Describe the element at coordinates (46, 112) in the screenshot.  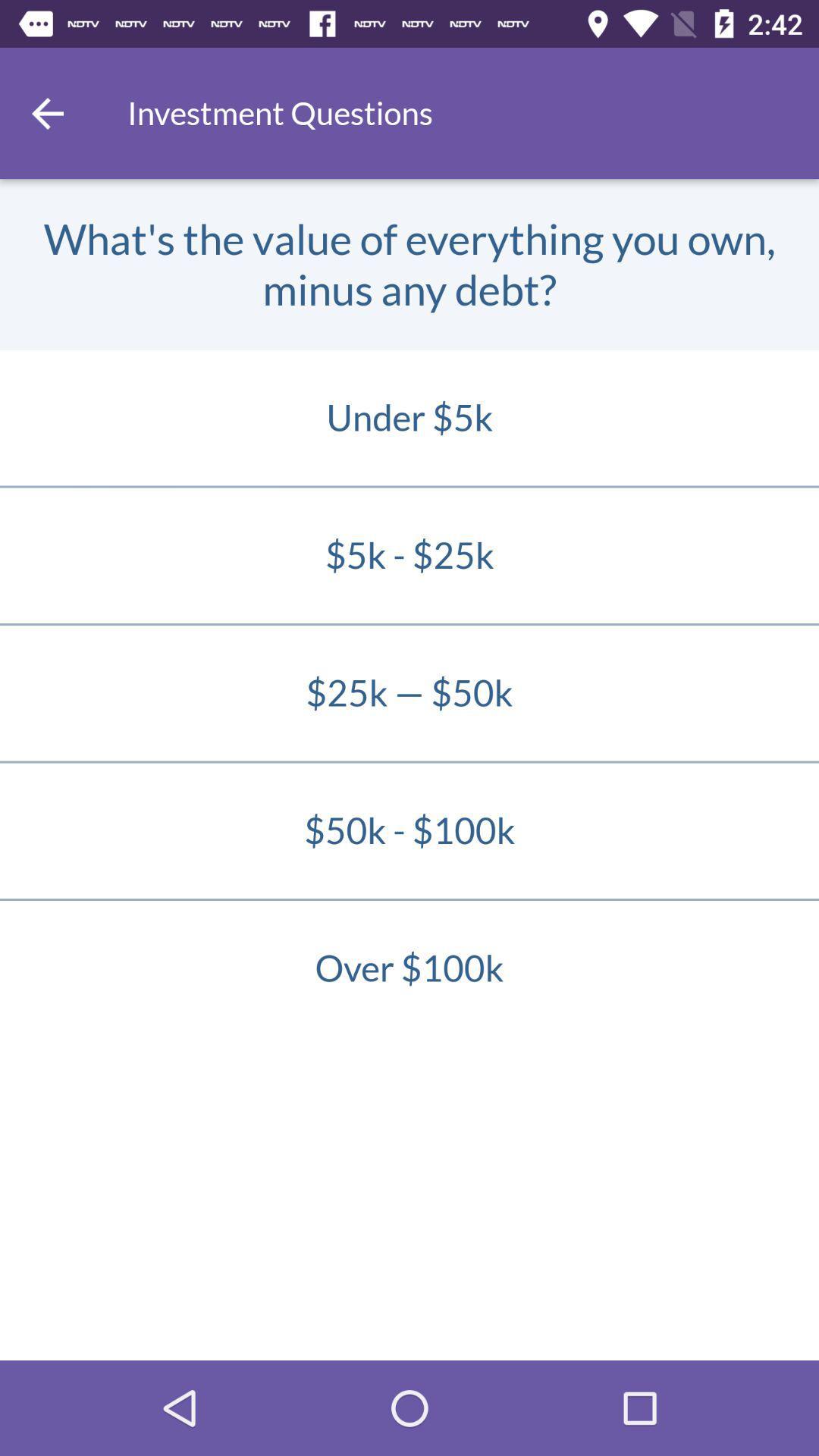
I see `the item at the top left corner` at that location.